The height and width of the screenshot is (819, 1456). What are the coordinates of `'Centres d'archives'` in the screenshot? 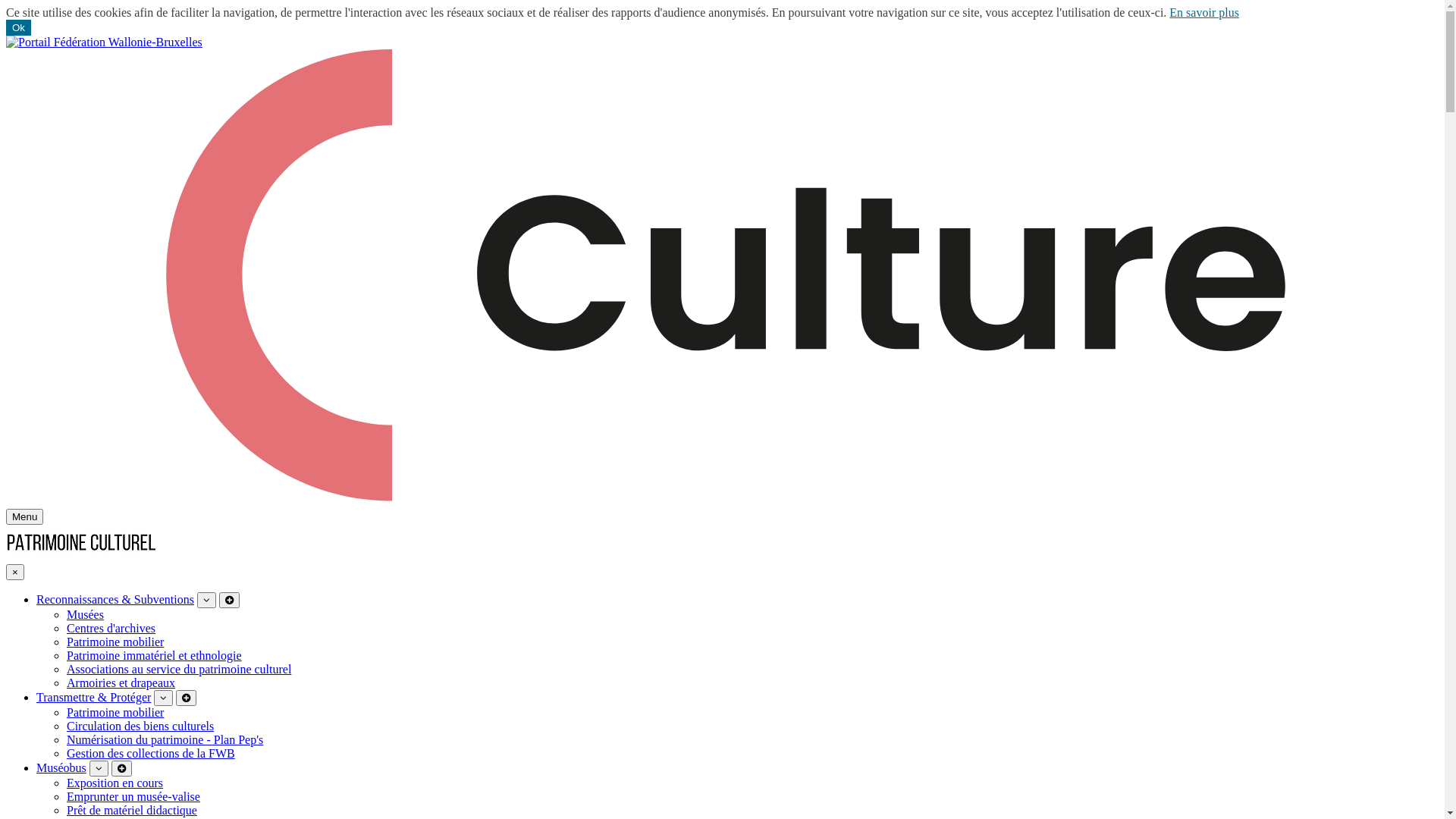 It's located at (65, 628).